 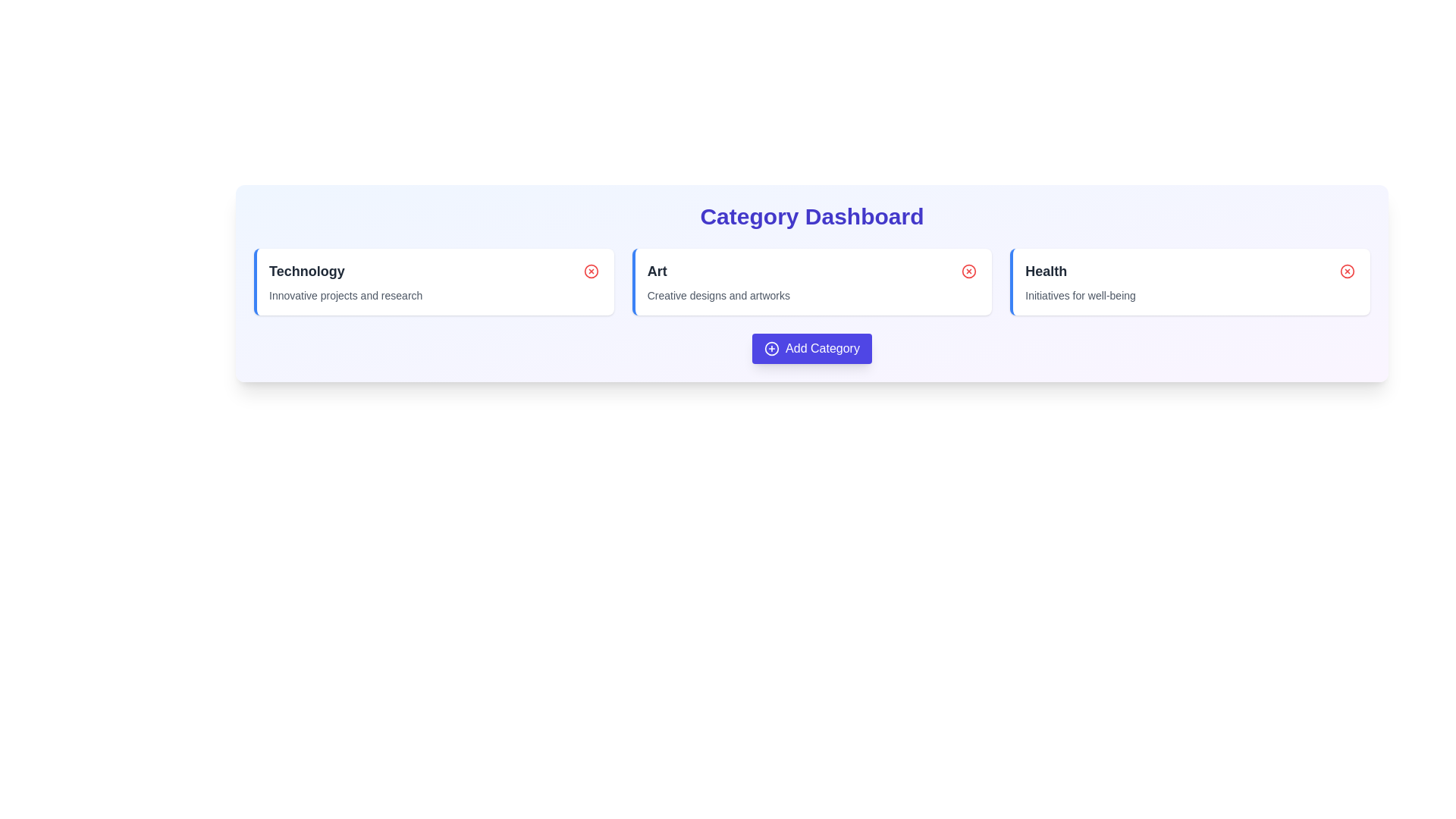 What do you see at coordinates (771, 348) in the screenshot?
I see `the circular base of the 'Add Category' button icon, which visually supports the add functionality and is centered in the middle of the page layout` at bounding box center [771, 348].